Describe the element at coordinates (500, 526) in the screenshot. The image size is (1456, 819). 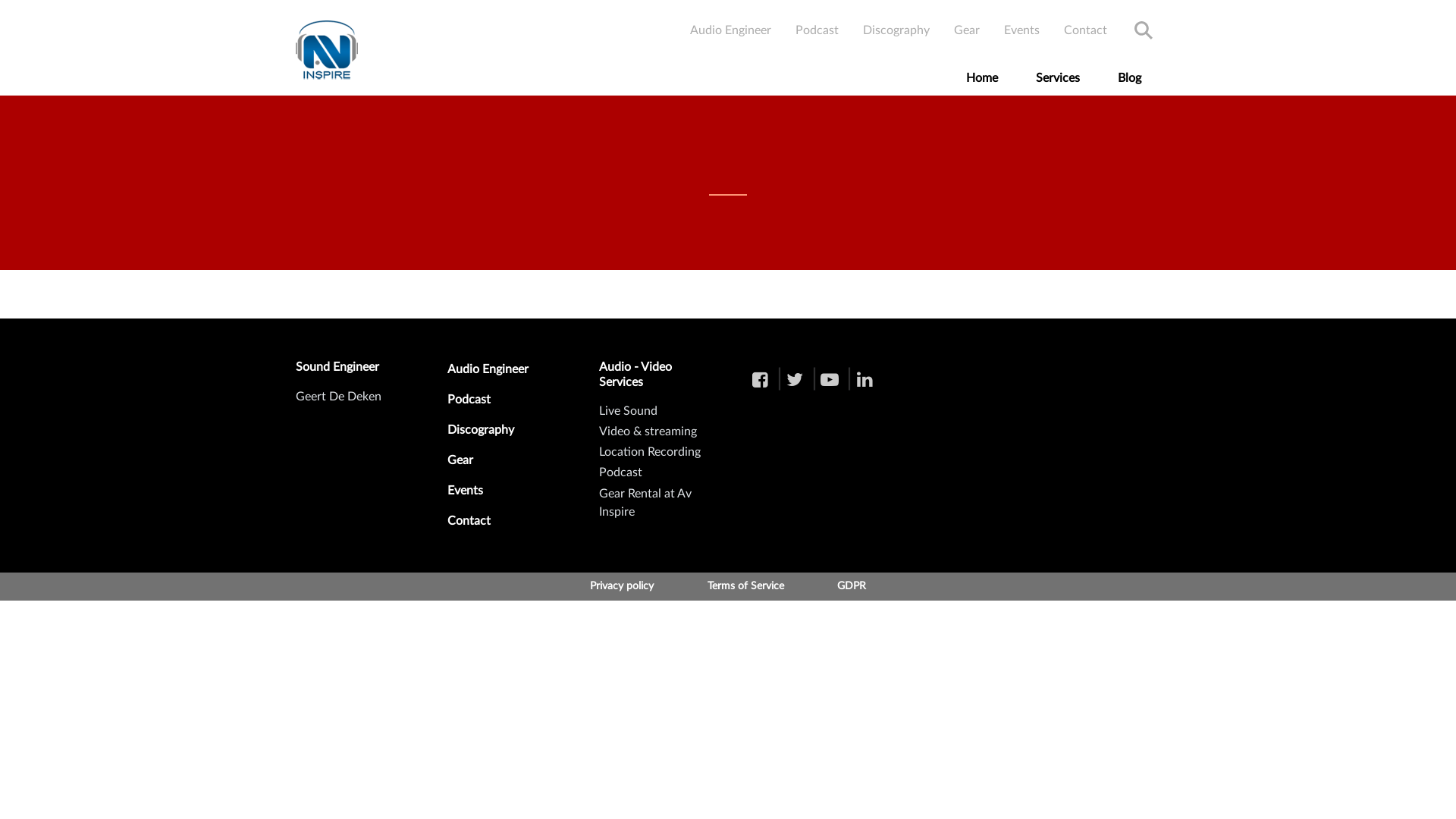
I see `'Contact'` at that location.